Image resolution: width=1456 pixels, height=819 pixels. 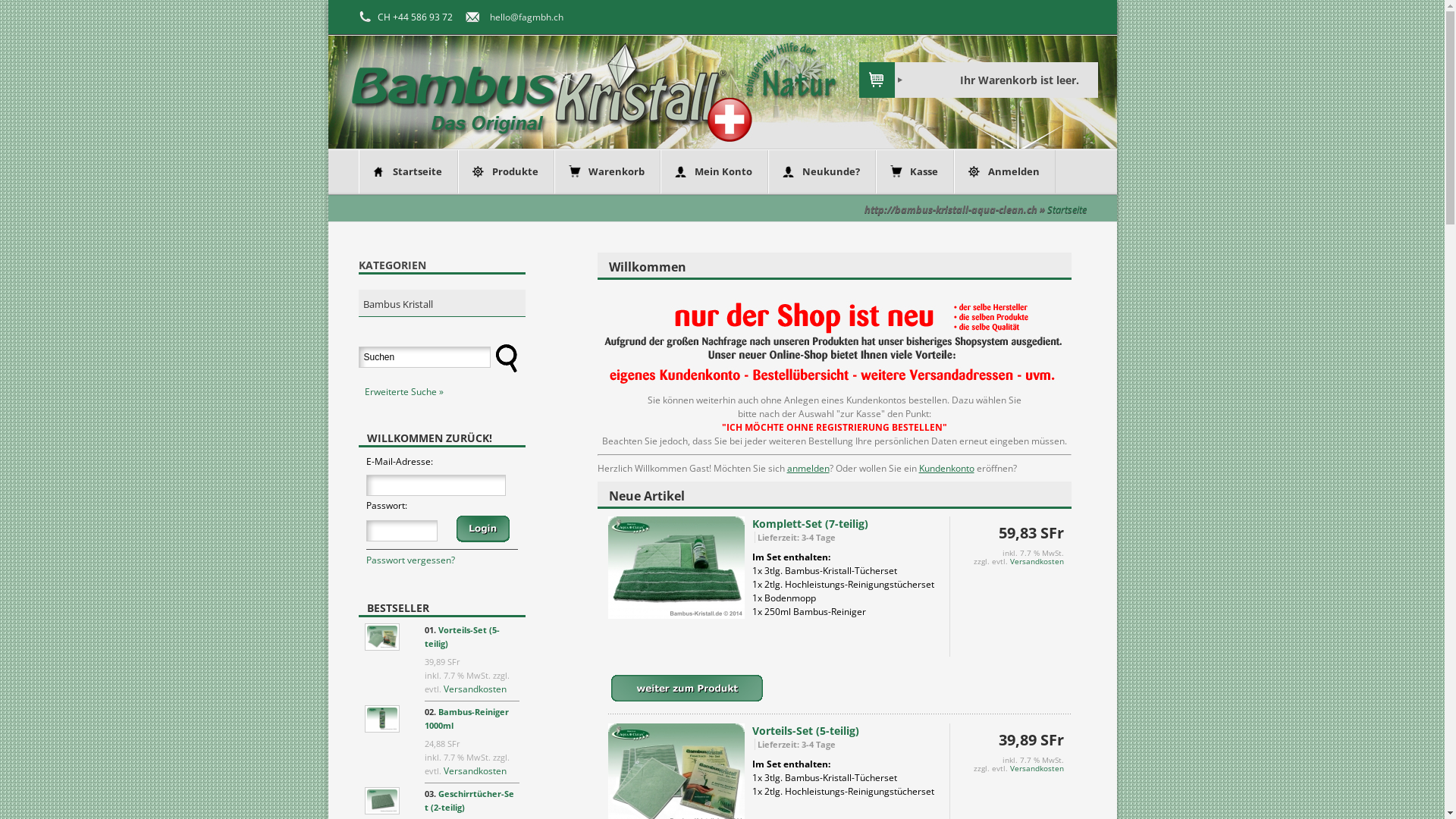 What do you see at coordinates (440, 303) in the screenshot?
I see `'Bambus Kristall'` at bounding box center [440, 303].